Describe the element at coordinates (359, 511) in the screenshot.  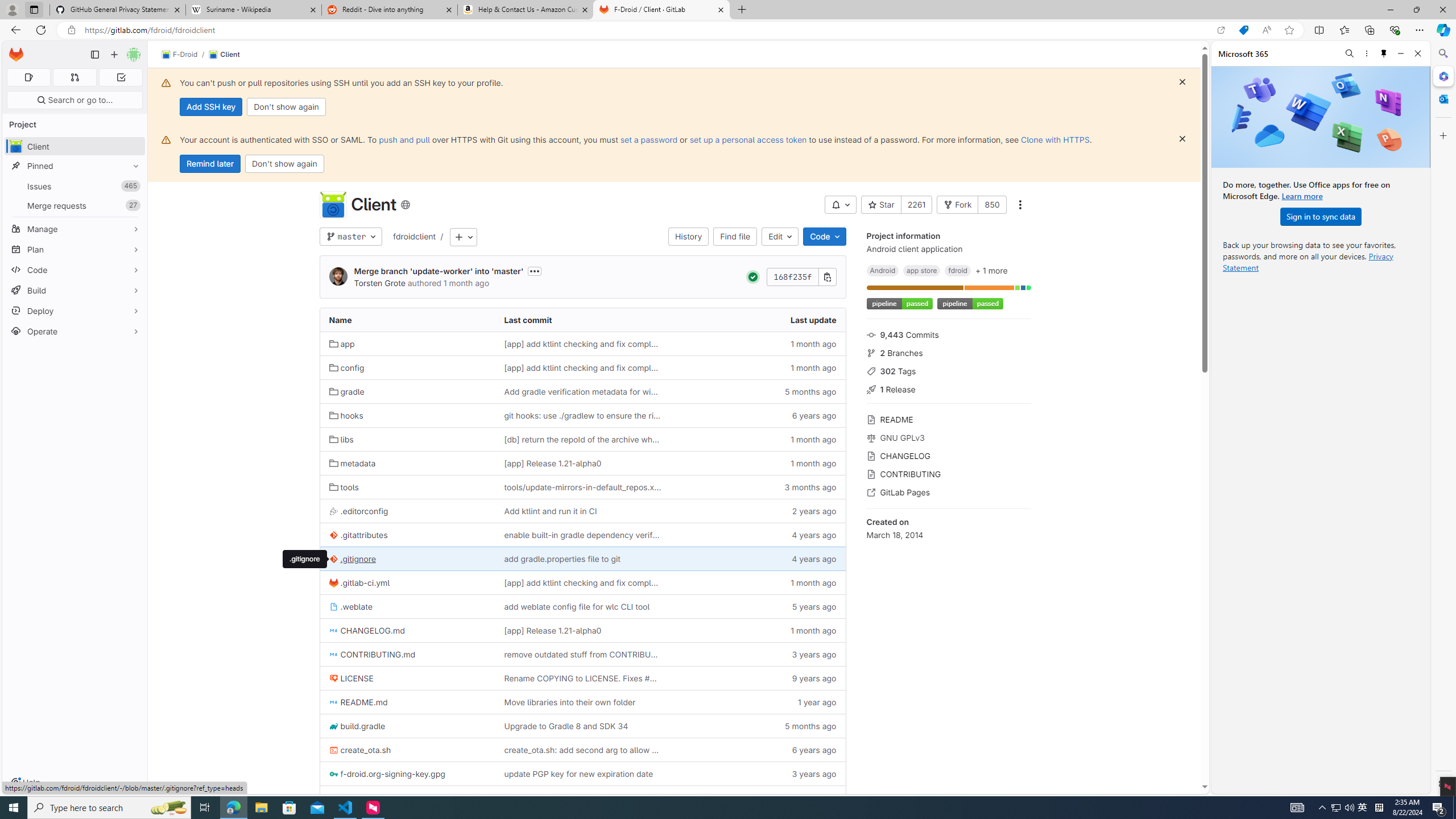
I see `'.editorconfig'` at that location.